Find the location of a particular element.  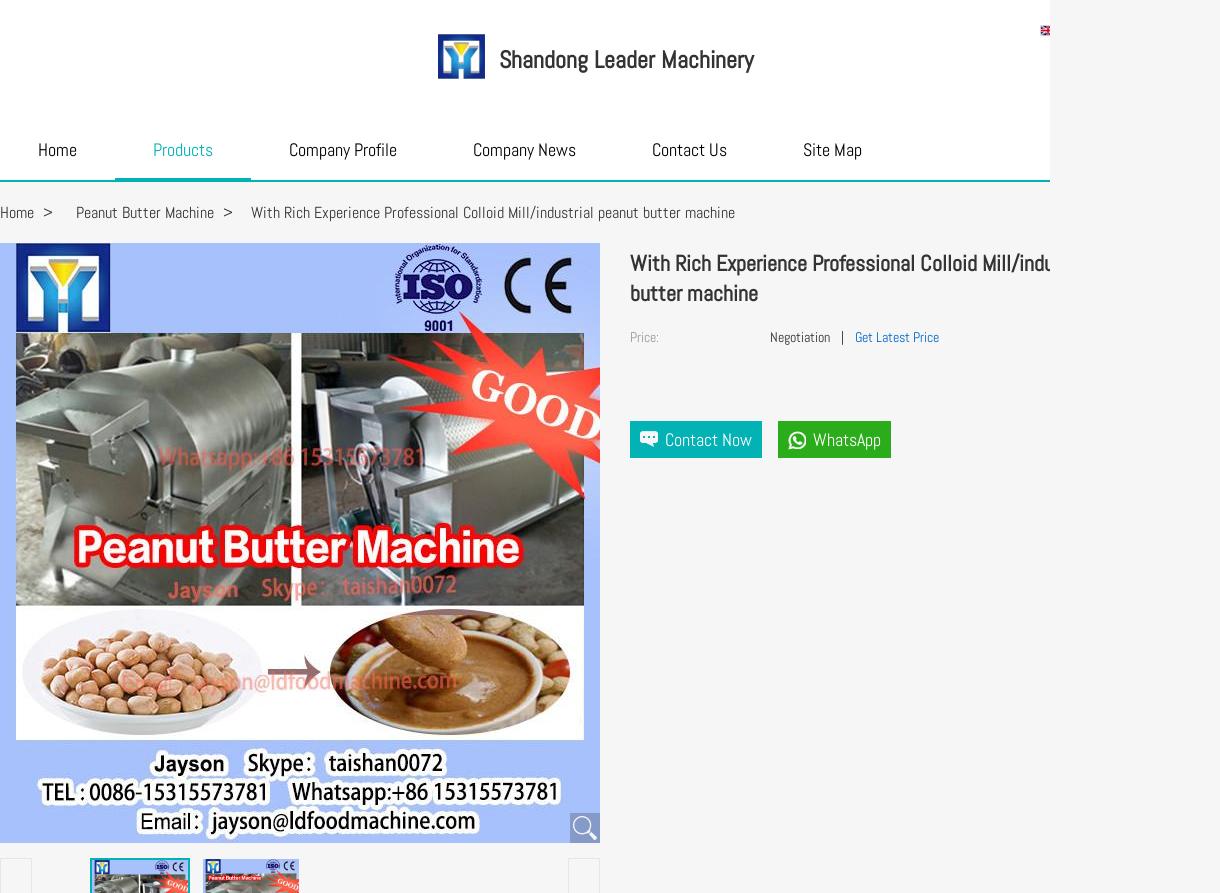

'Company News' is located at coordinates (524, 149).